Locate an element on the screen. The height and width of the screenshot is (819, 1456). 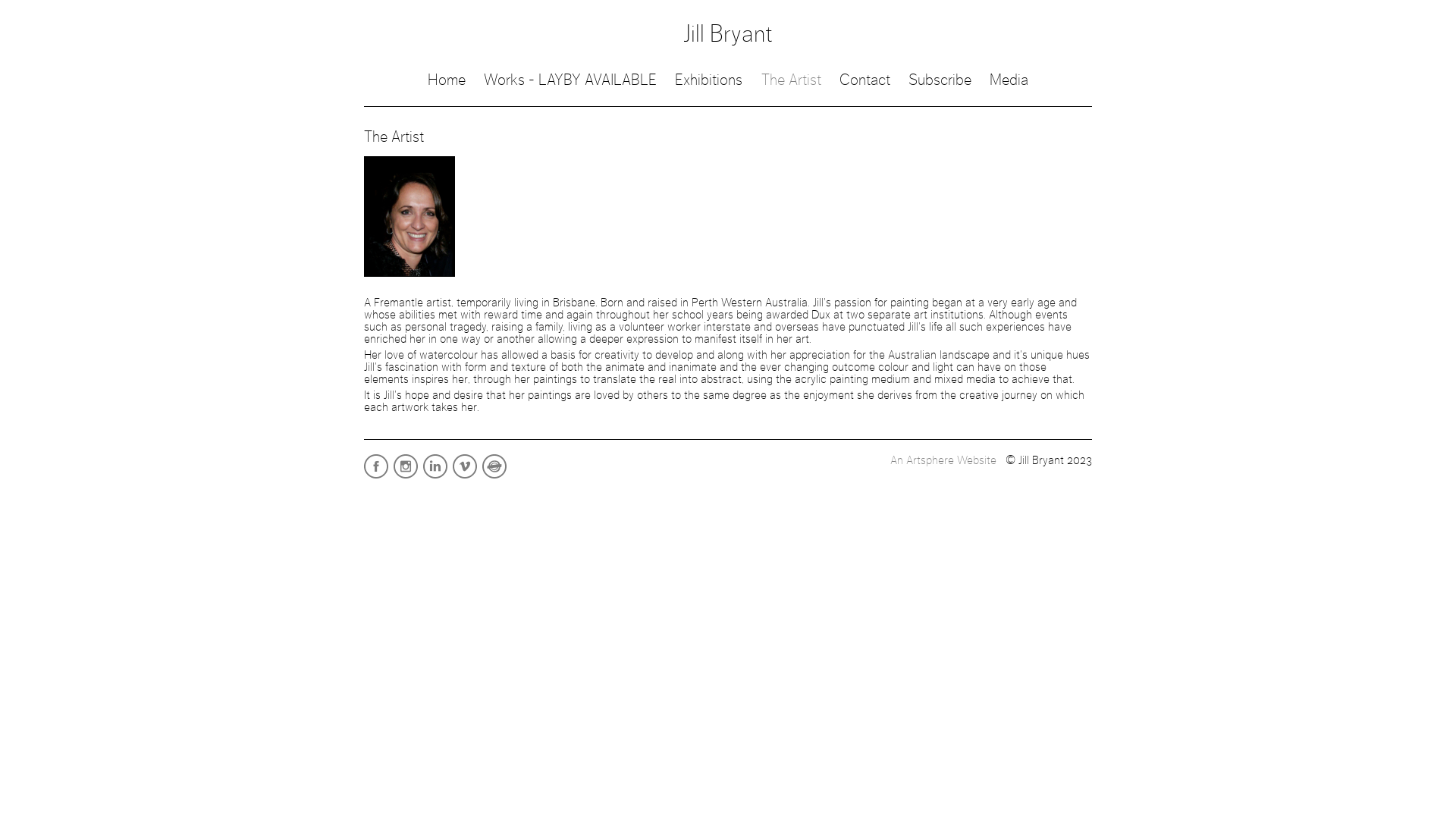
'Instagram' is located at coordinates (406, 476).